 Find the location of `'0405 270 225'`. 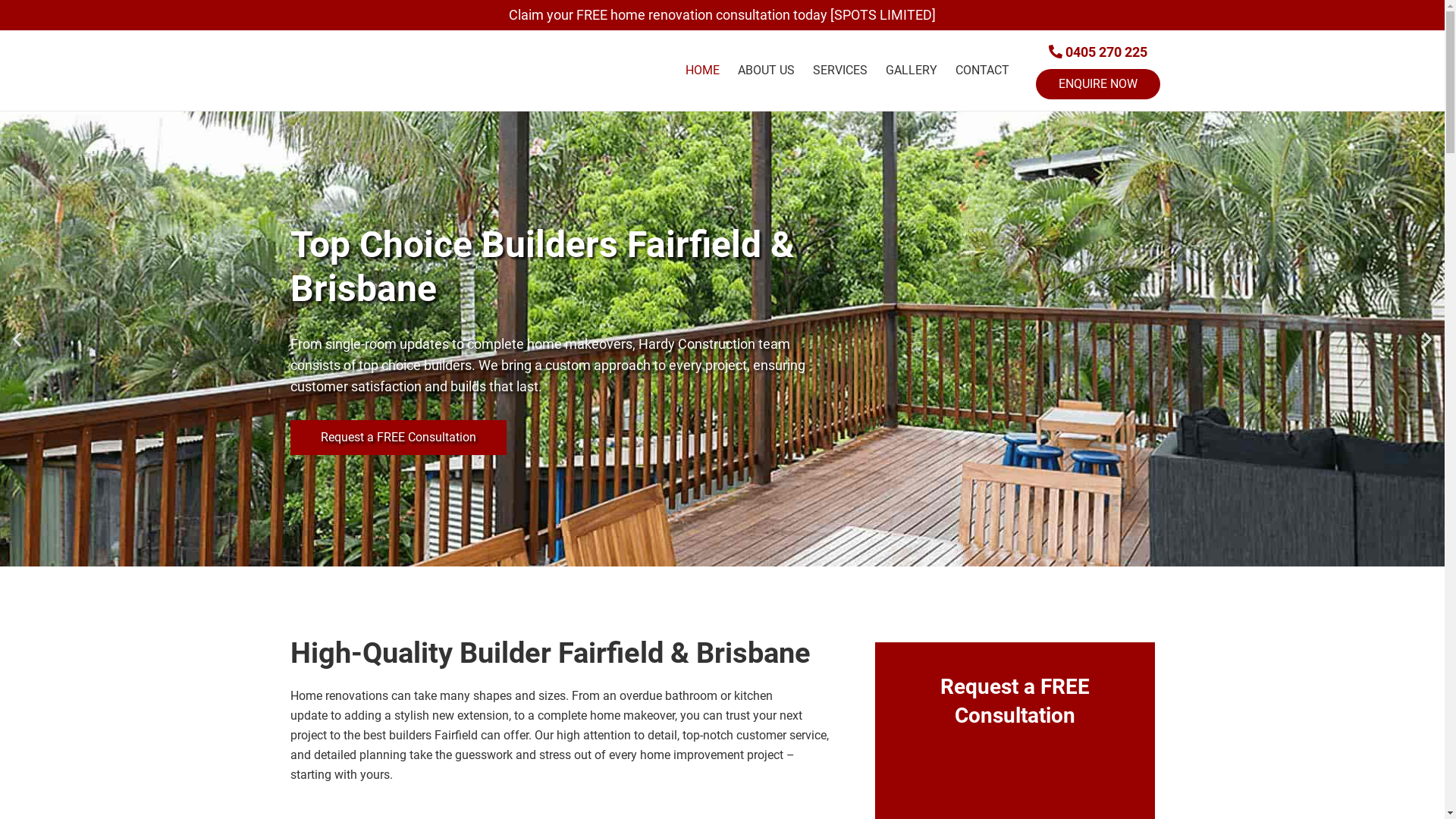

'0405 270 225' is located at coordinates (1047, 51).